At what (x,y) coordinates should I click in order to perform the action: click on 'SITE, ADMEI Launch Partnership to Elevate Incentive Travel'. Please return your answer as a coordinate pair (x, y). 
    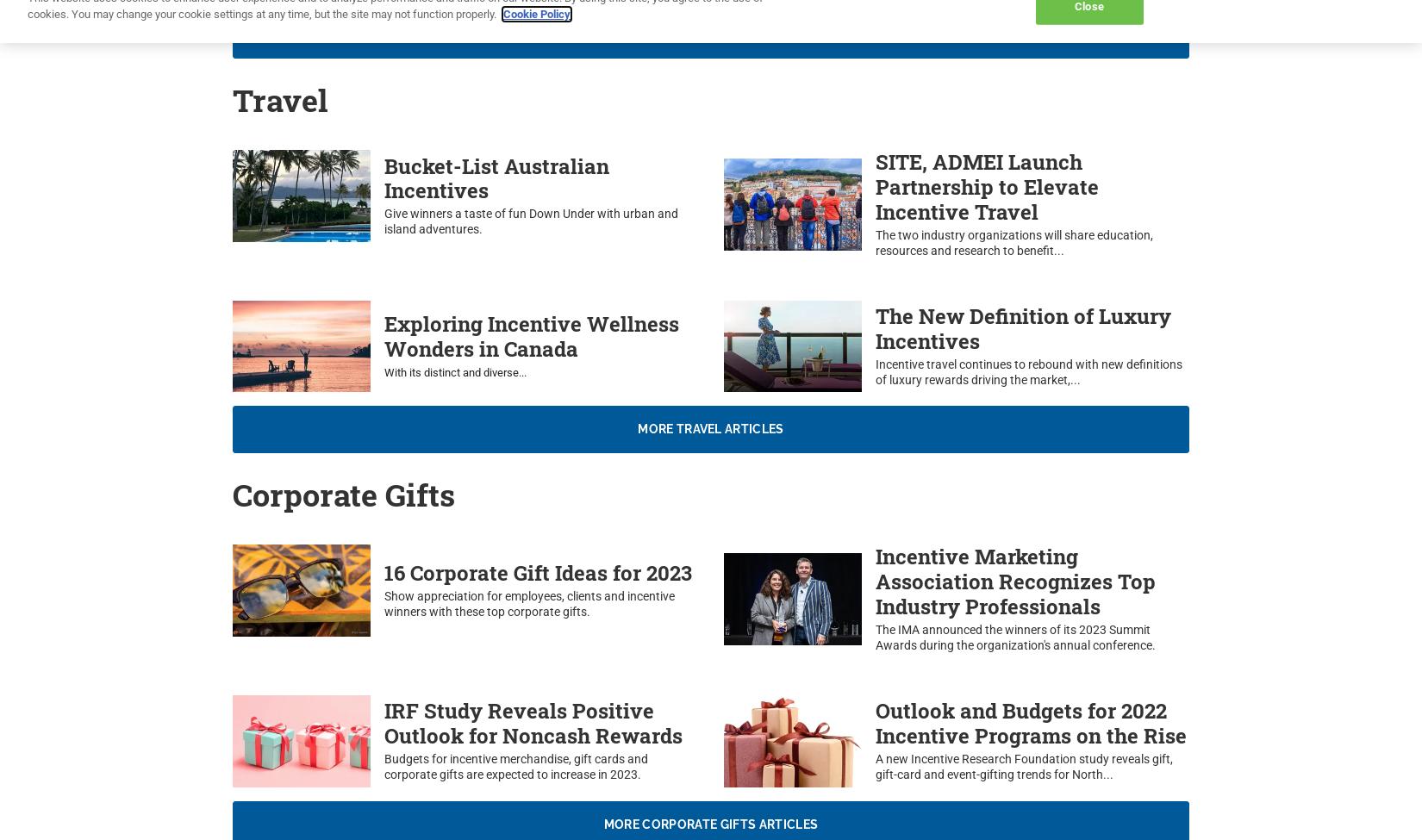
    Looking at the image, I should click on (987, 186).